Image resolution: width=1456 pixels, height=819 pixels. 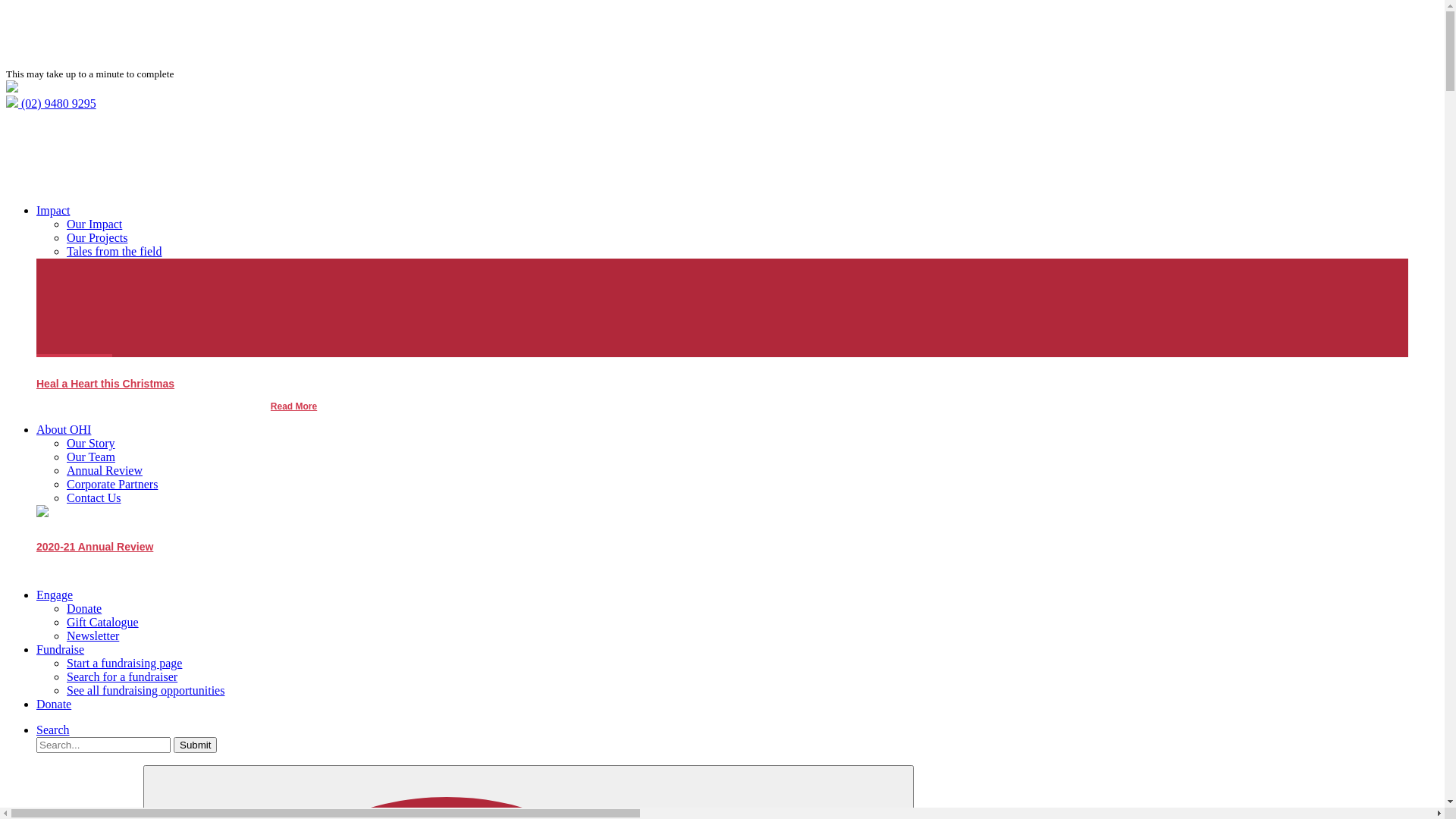 I want to click on 'See all fundraising opportunities', so click(x=146, y=690).